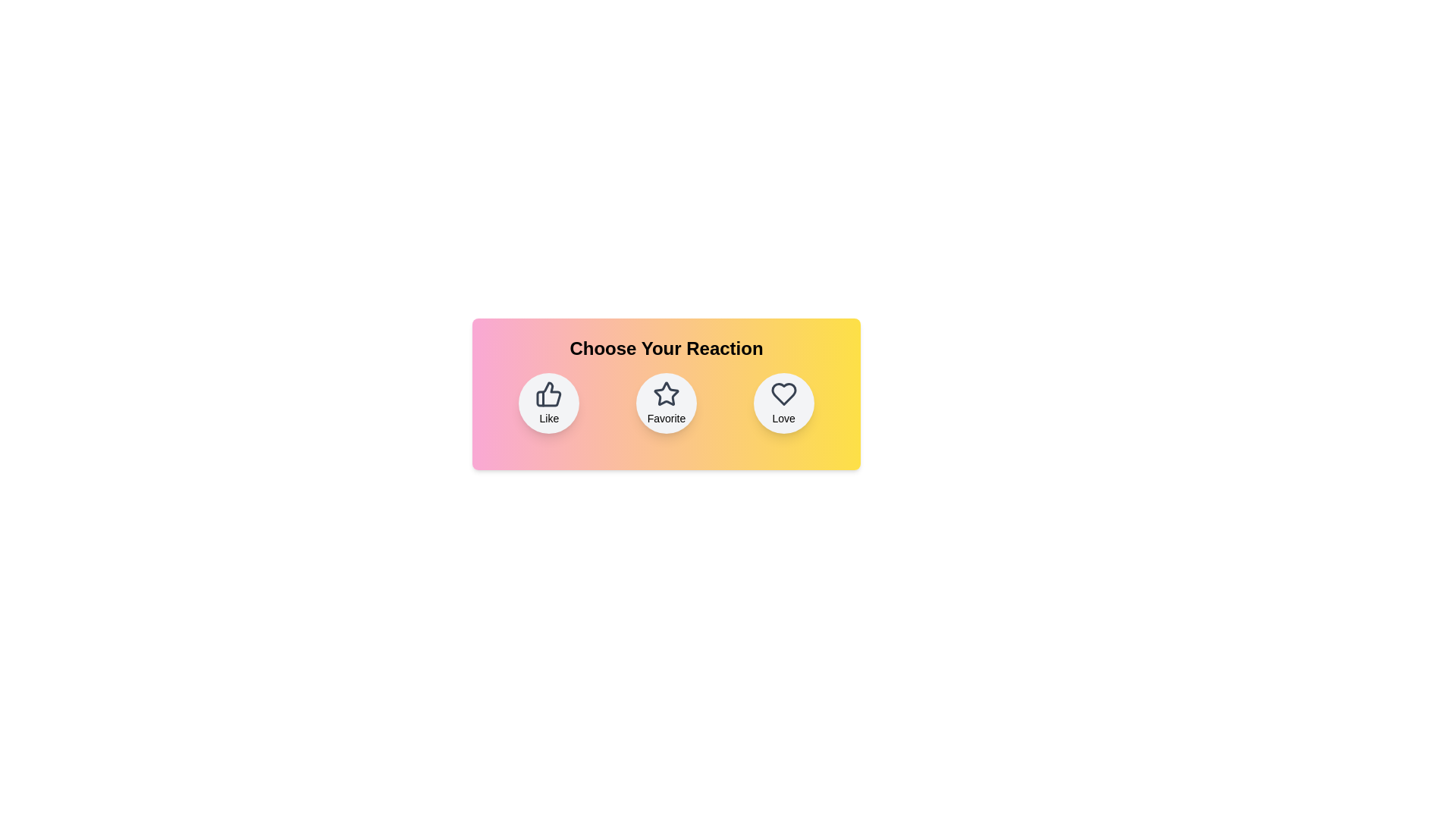 The image size is (1456, 819). What do you see at coordinates (783, 403) in the screenshot?
I see `the Love button to select the corresponding reaction` at bounding box center [783, 403].